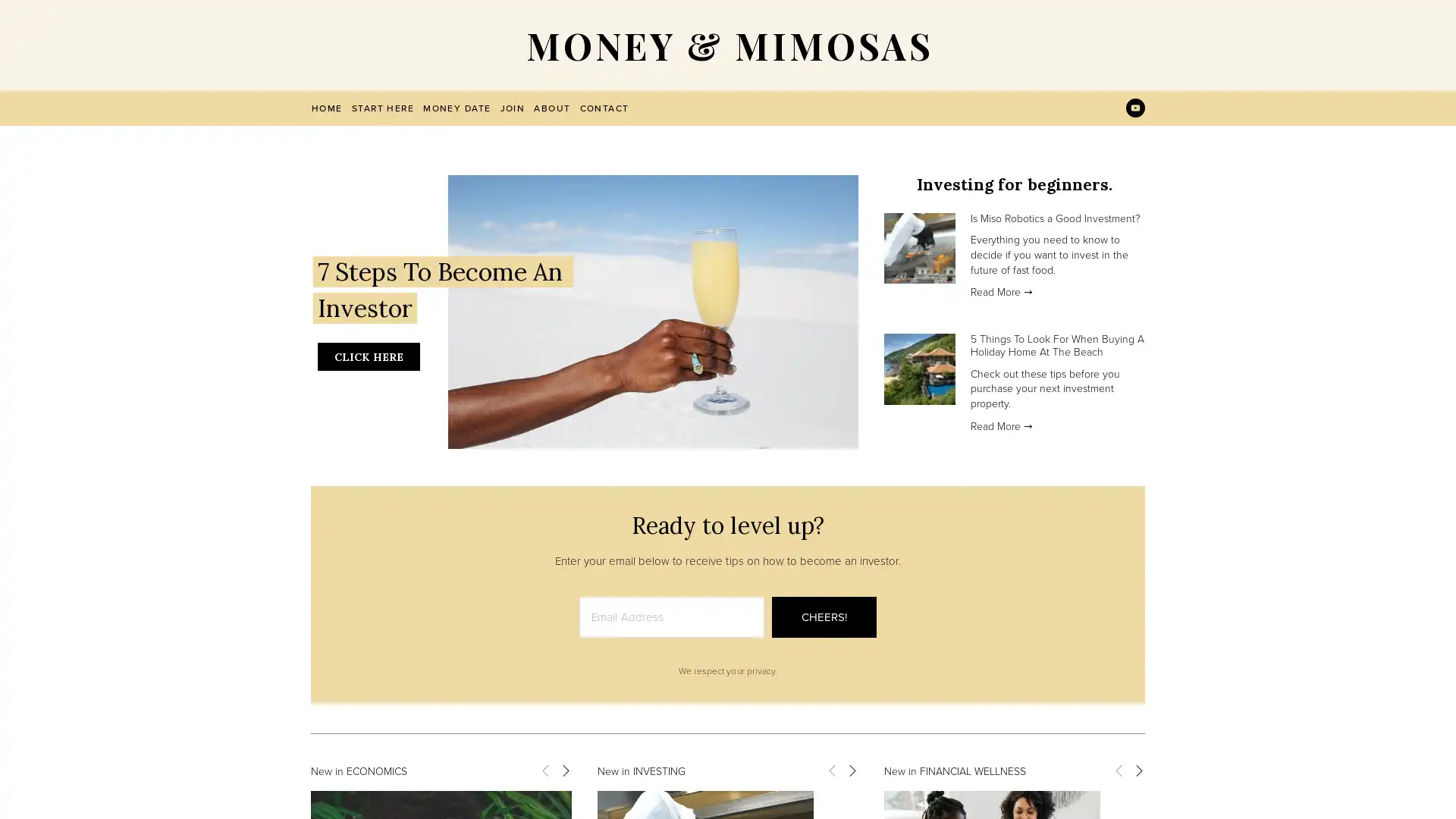  What do you see at coordinates (852, 769) in the screenshot?
I see `Next` at bounding box center [852, 769].